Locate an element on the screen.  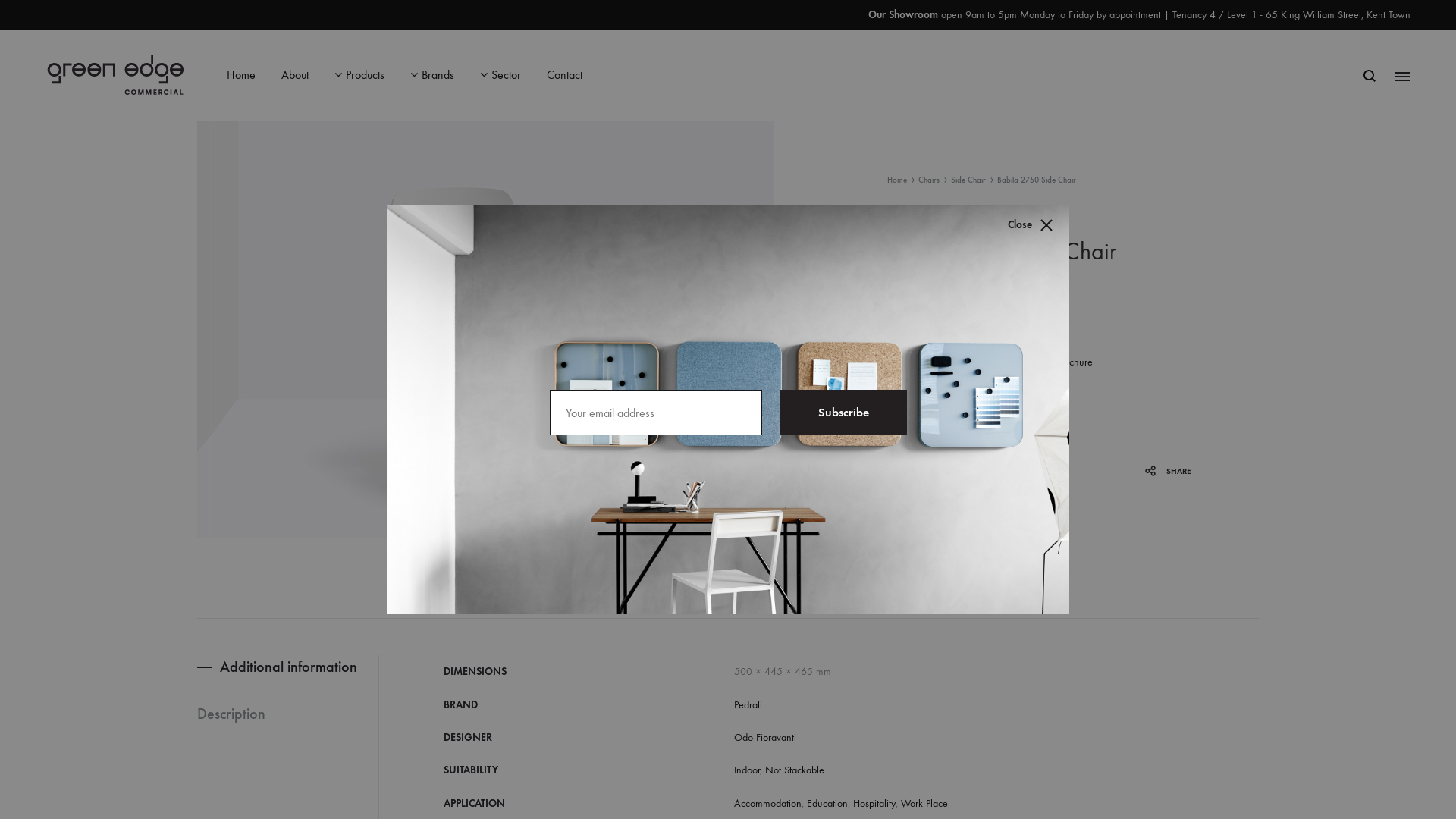
'Description' is located at coordinates (265, 714).